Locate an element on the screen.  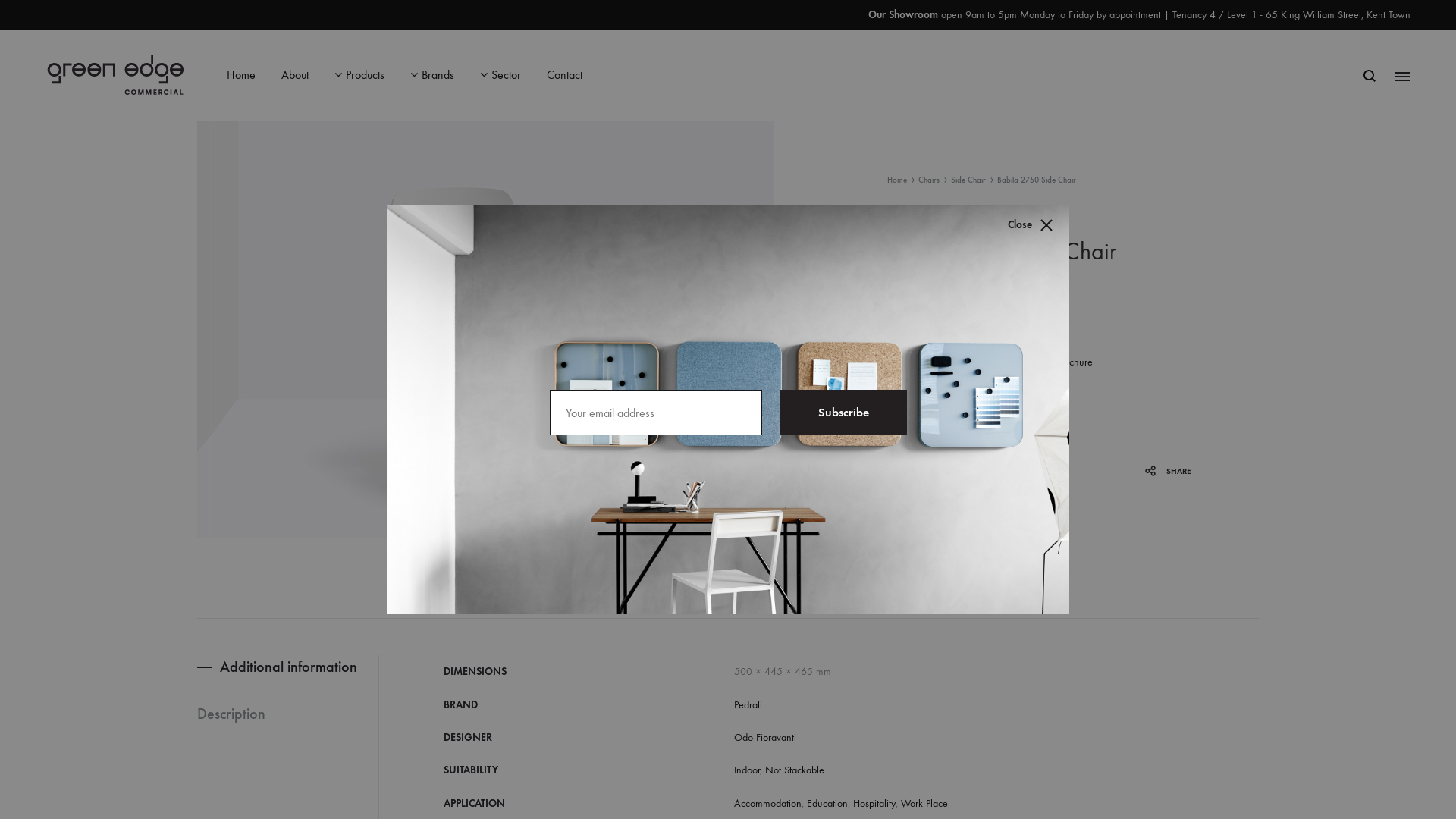
'Description' is located at coordinates (265, 714).